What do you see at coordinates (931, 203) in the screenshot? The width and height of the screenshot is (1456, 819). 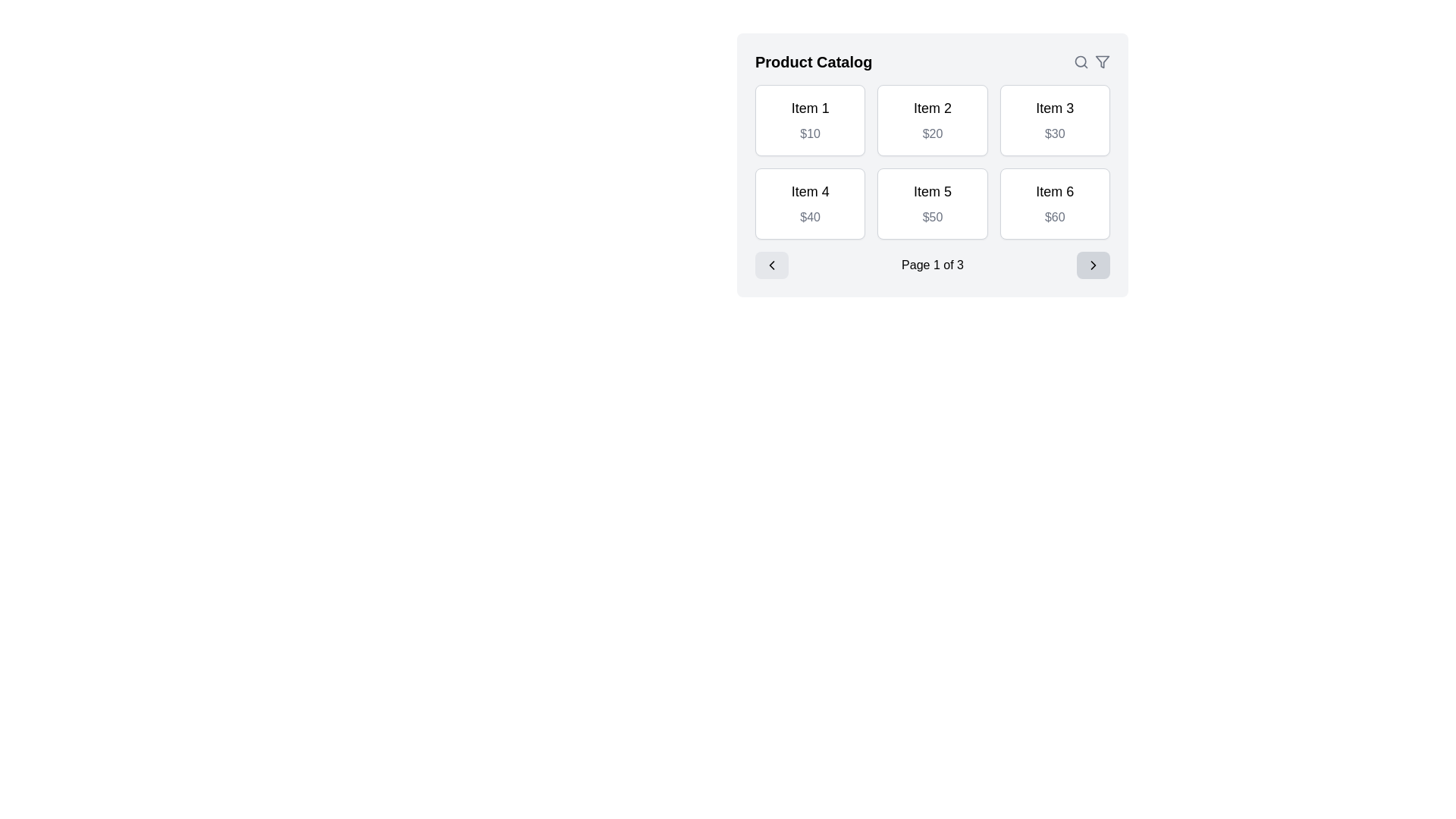 I see `the product display card located in the second row, second column of the grid` at bounding box center [931, 203].